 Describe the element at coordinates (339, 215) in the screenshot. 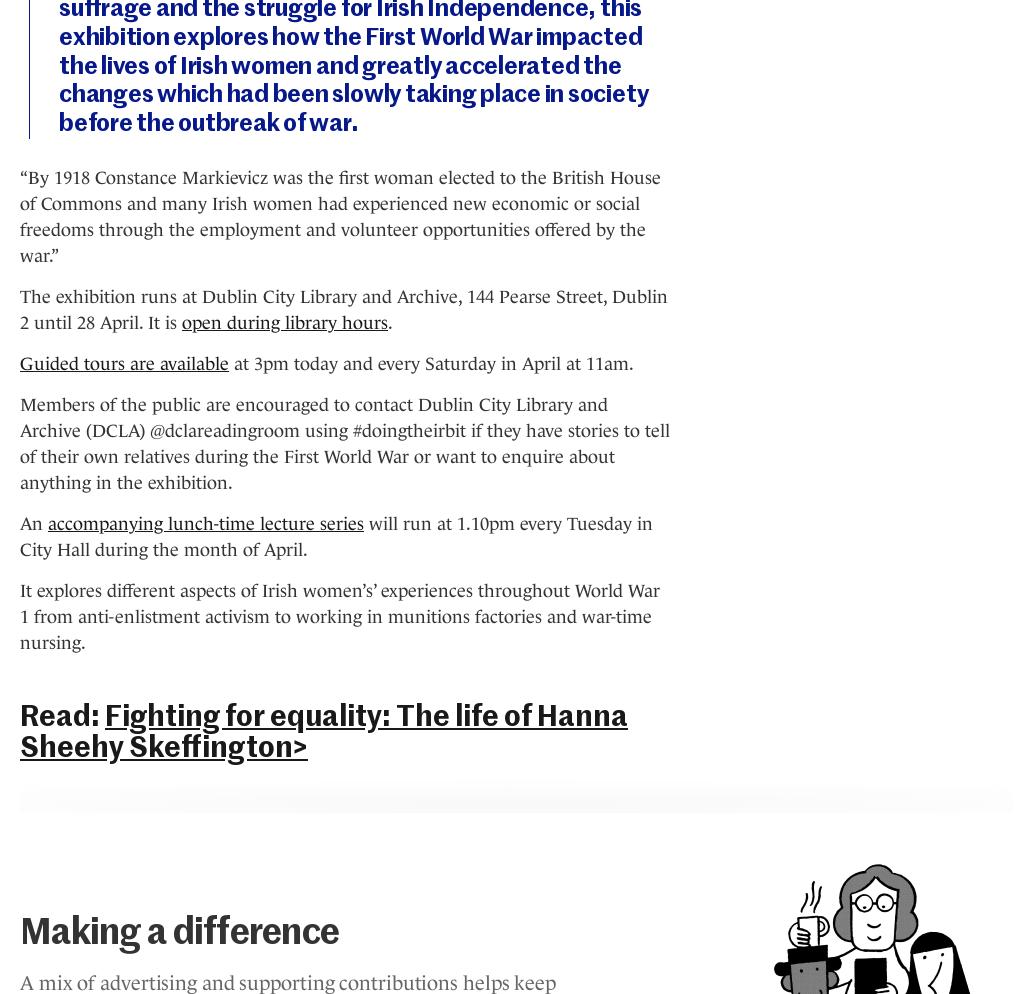

I see `'“By 1918 Constance Markievicz was the first woman elected to the British House of Commons and many Irish women had experienced new economic or social freedoms through the employment and volunteer opportunities offered by the war.”'` at that location.